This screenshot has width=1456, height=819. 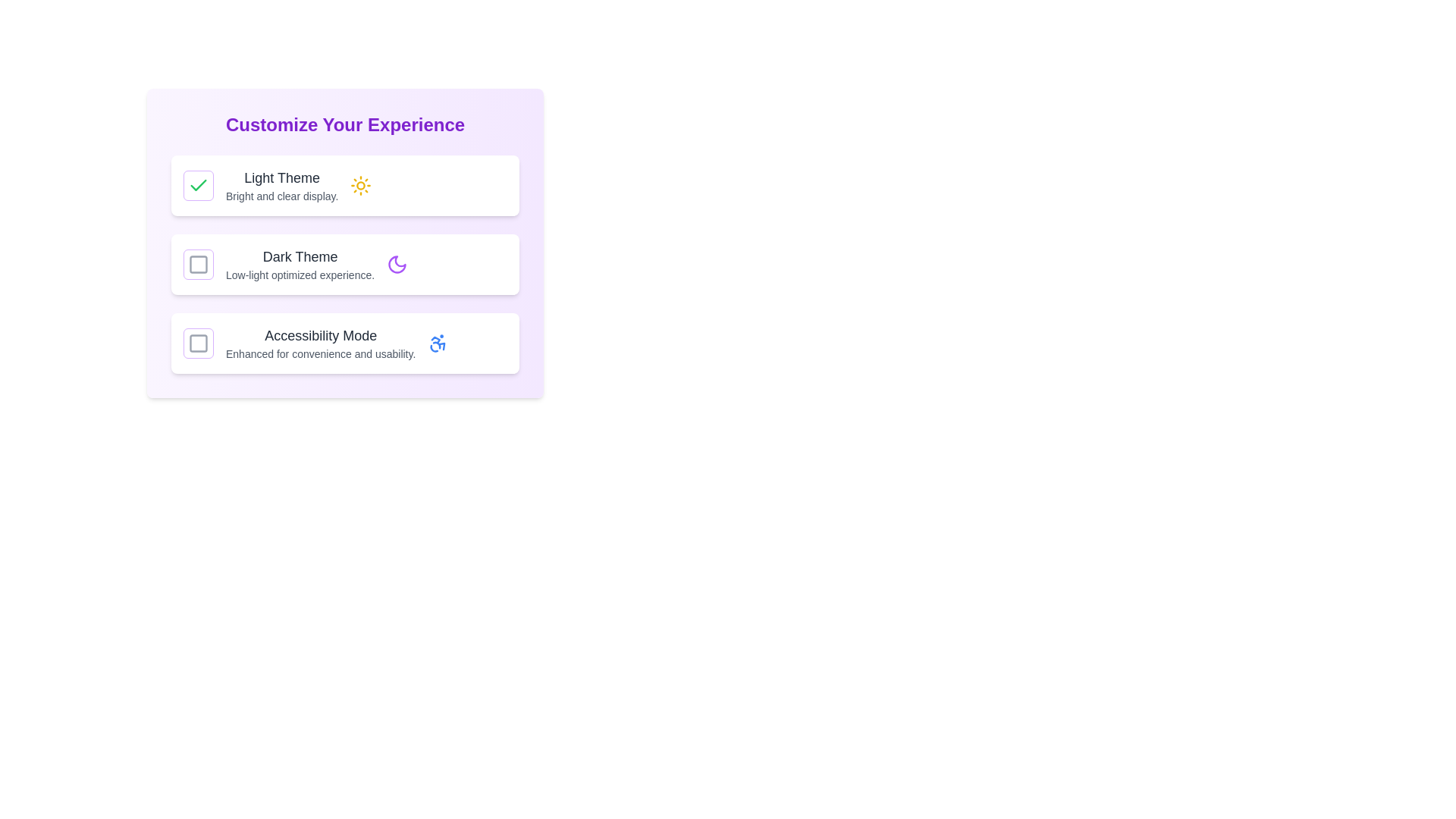 What do you see at coordinates (282, 195) in the screenshot?
I see `the static text label displaying 'Bright and clear display.', which is located beneath the heading 'Light Theme' in the top group of three selectable items` at bounding box center [282, 195].